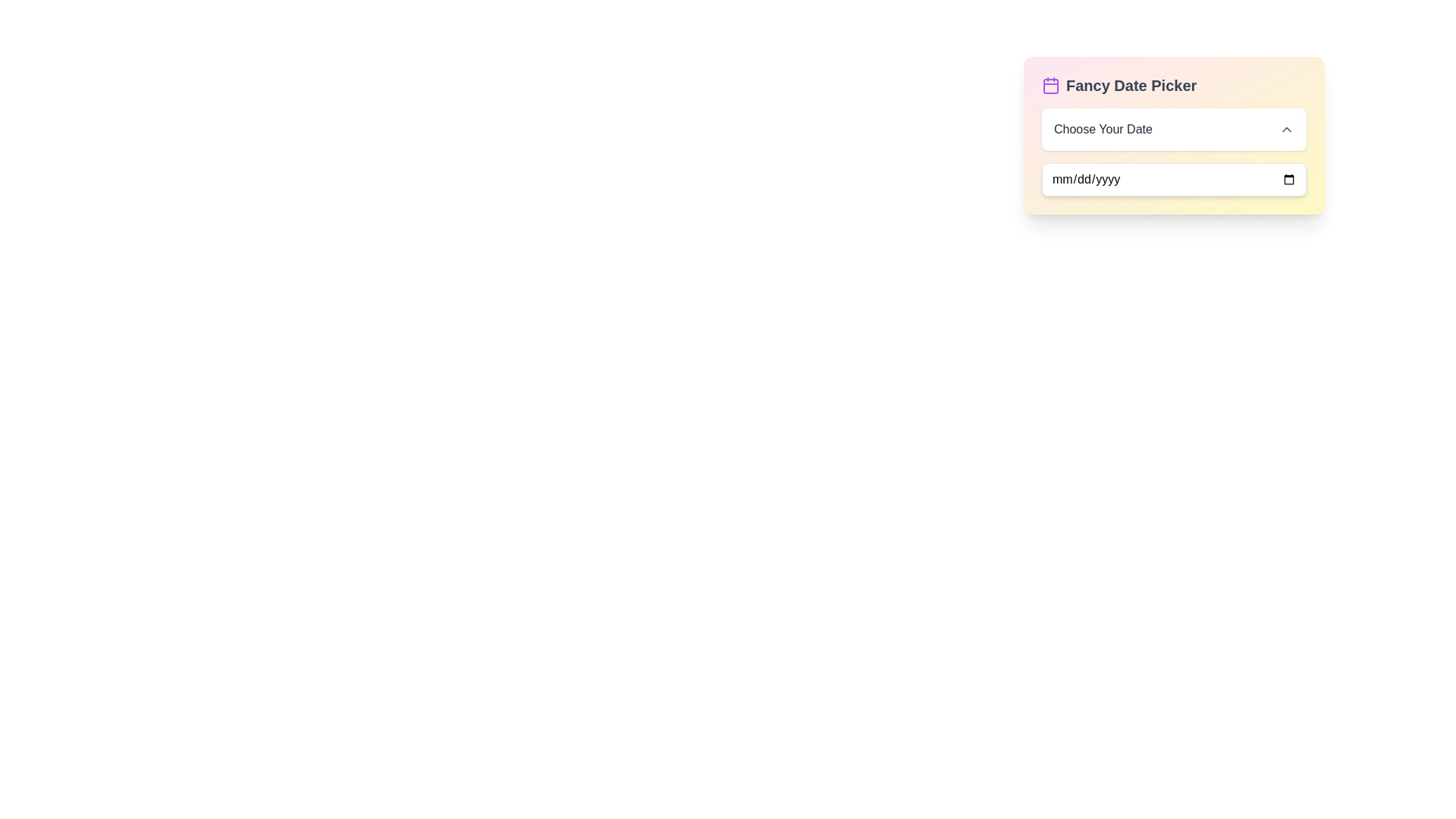  What do you see at coordinates (1050, 86) in the screenshot?
I see `the SVG graphical element that visually represents the calendar icon grid in the Fancy Date Picker interface` at bounding box center [1050, 86].